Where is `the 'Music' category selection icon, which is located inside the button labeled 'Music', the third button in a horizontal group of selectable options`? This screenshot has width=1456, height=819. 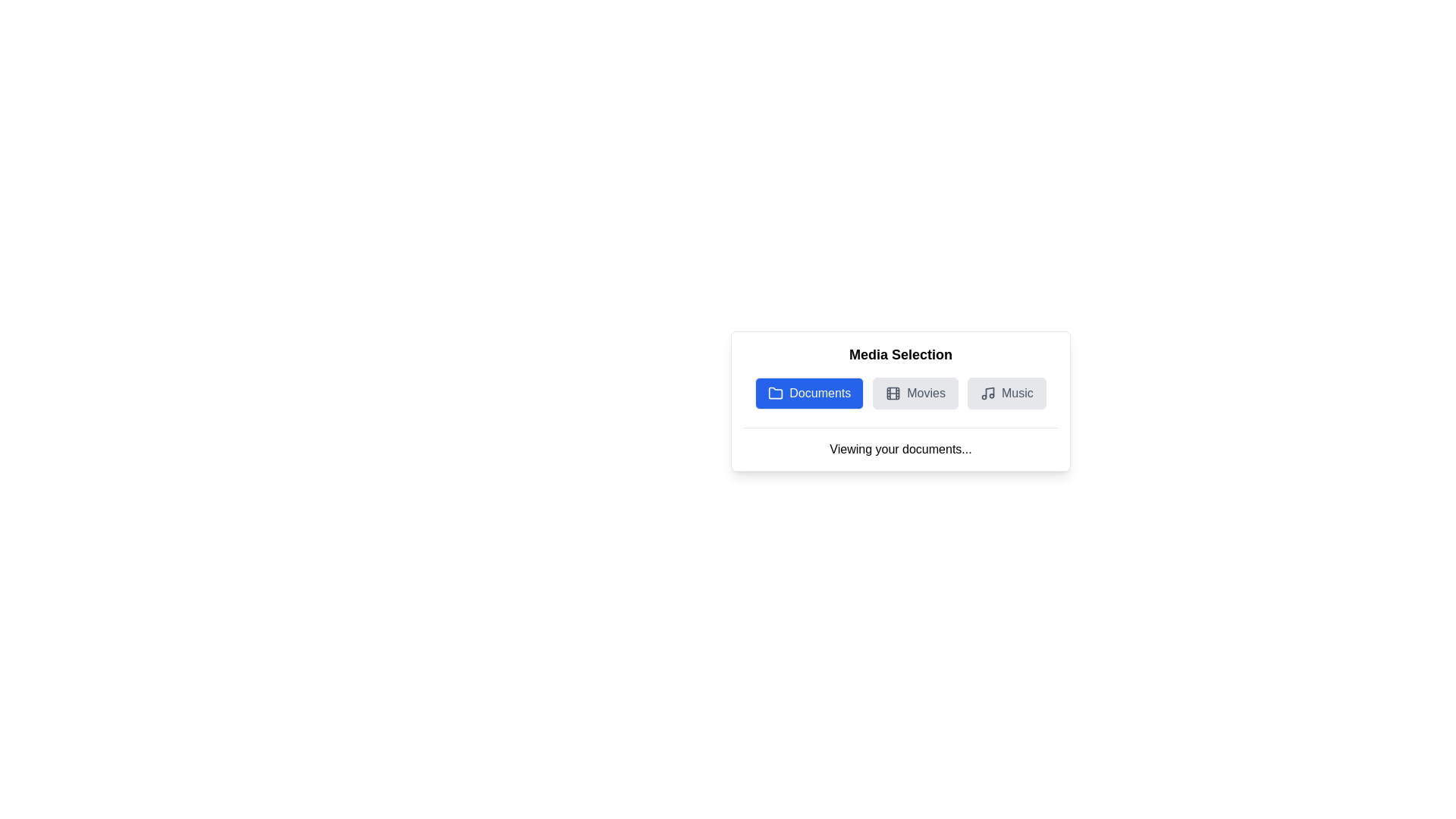 the 'Music' category selection icon, which is located inside the button labeled 'Music', the third button in a horizontal group of selectable options is located at coordinates (987, 393).